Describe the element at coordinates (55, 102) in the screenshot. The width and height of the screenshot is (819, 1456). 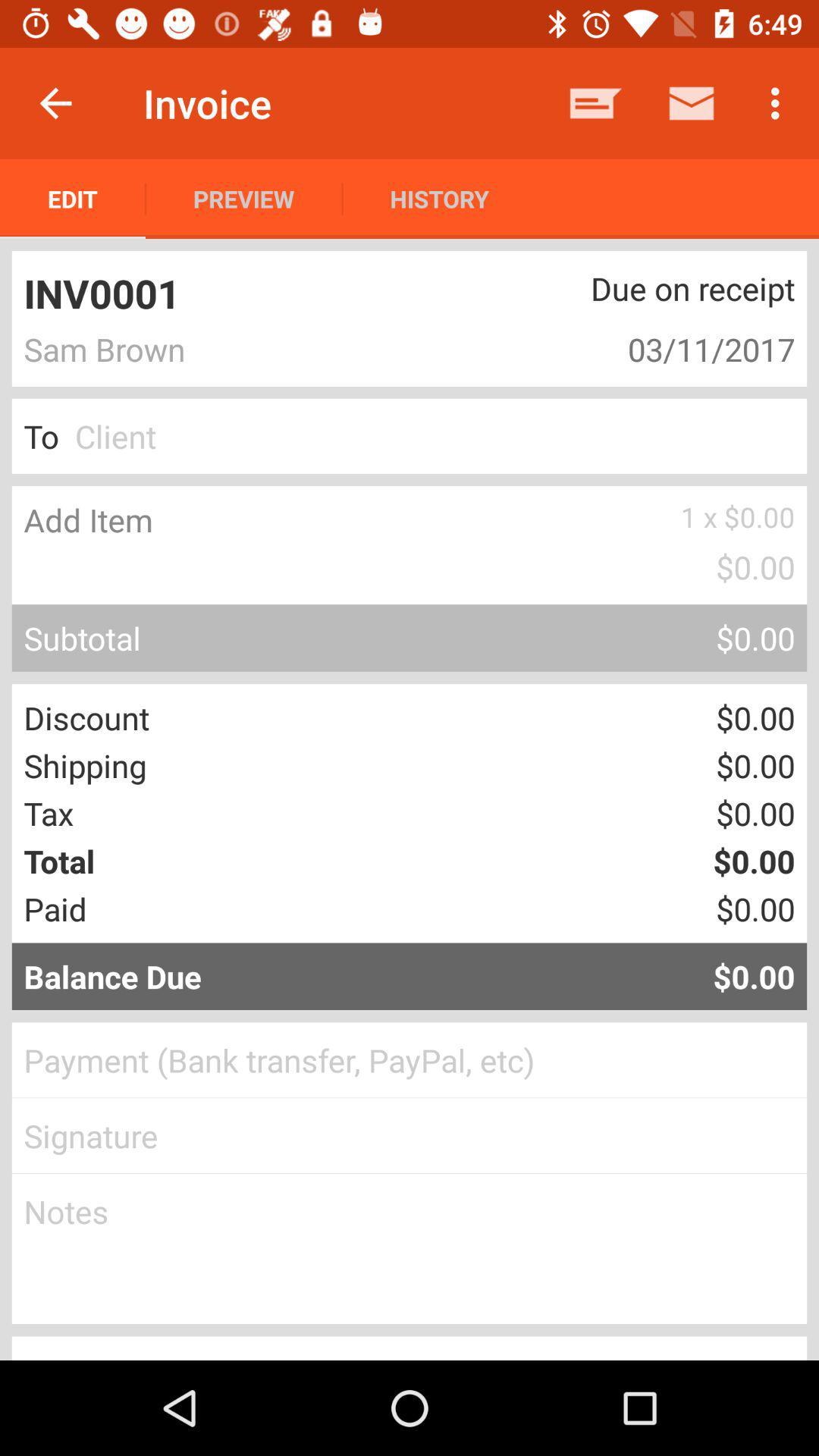
I see `item next to invoice icon` at that location.